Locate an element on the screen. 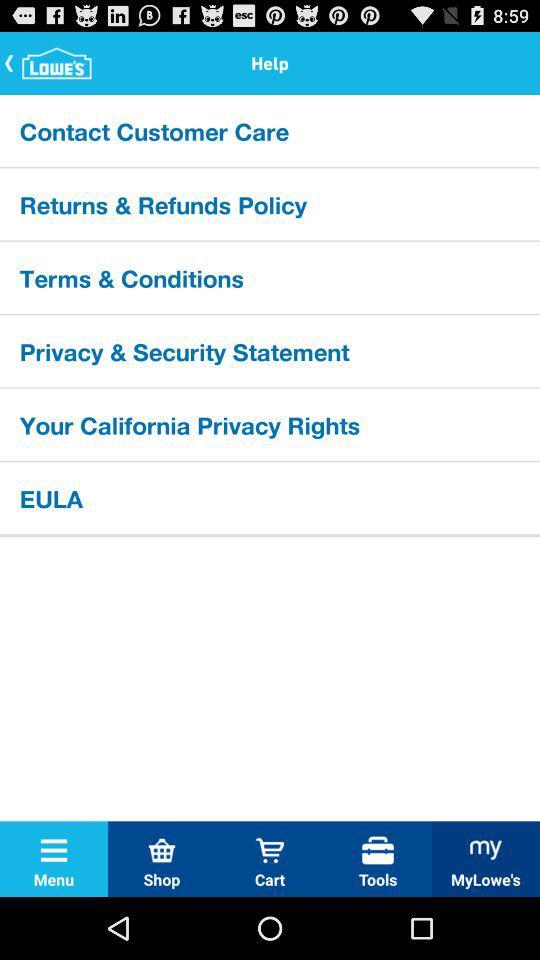 The height and width of the screenshot is (960, 540). eula icon is located at coordinates (270, 496).